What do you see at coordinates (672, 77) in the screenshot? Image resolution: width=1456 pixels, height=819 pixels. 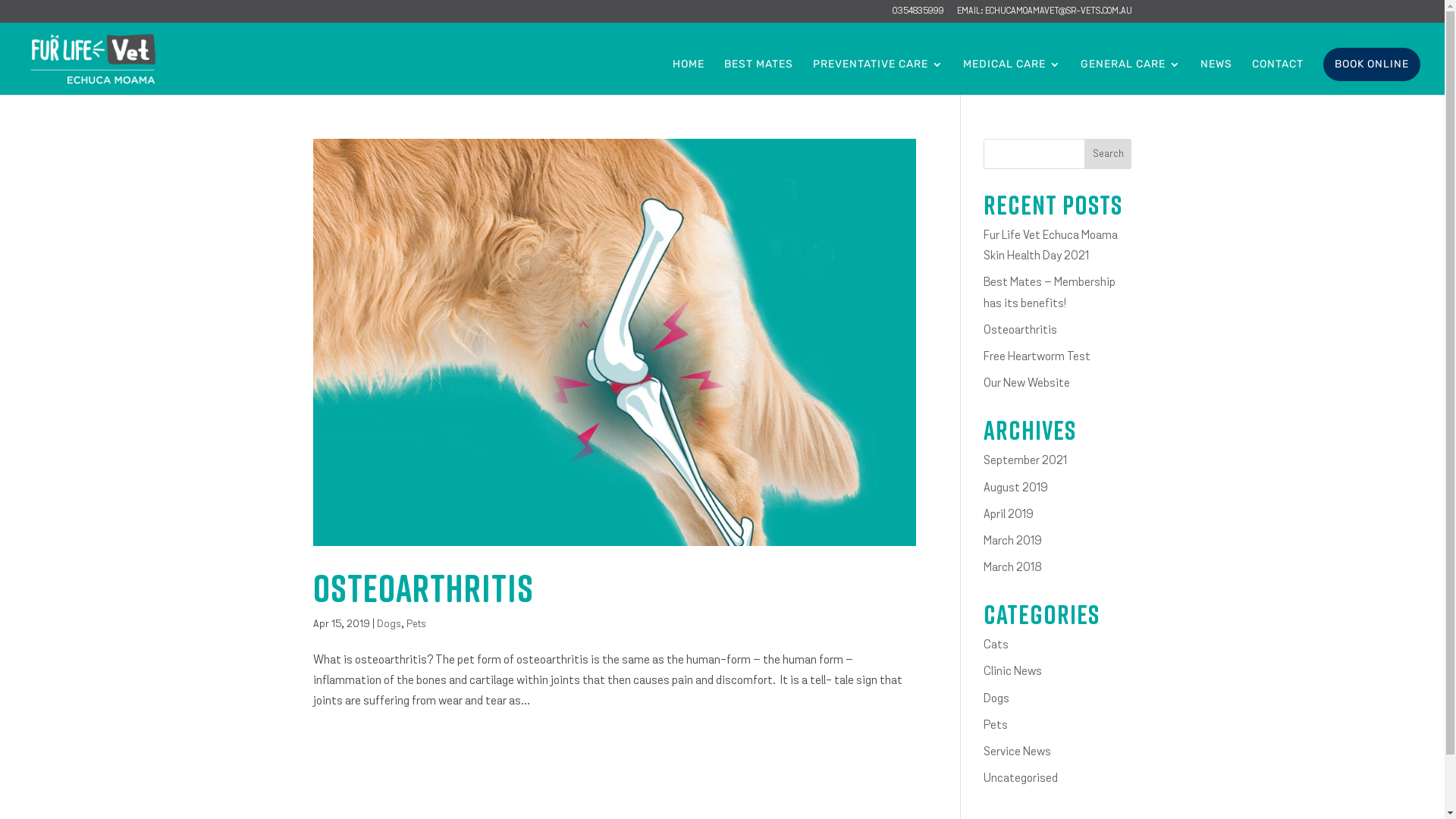 I see `'HOME'` at bounding box center [672, 77].